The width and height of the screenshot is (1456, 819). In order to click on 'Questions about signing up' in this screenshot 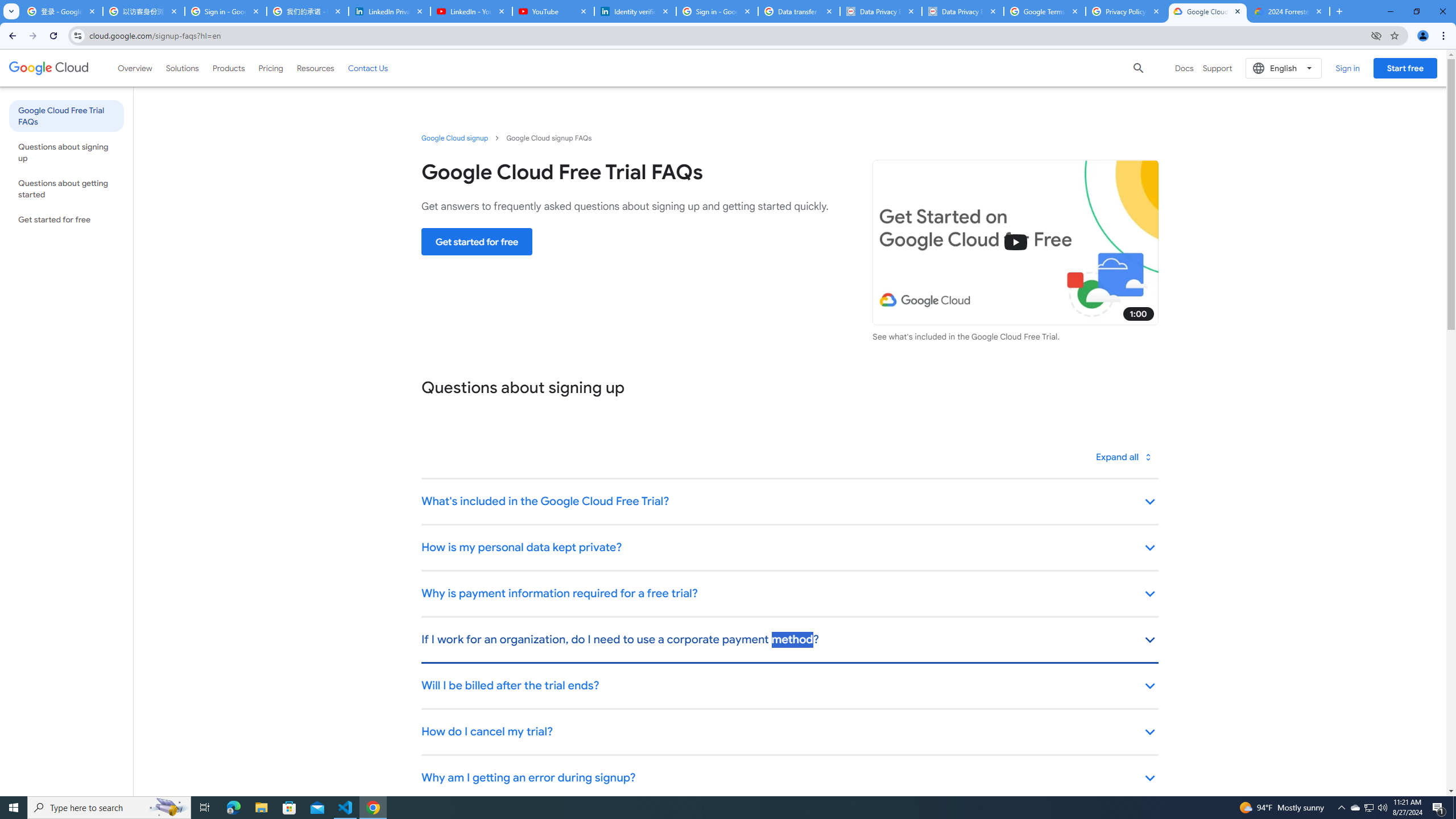, I will do `click(65, 152)`.